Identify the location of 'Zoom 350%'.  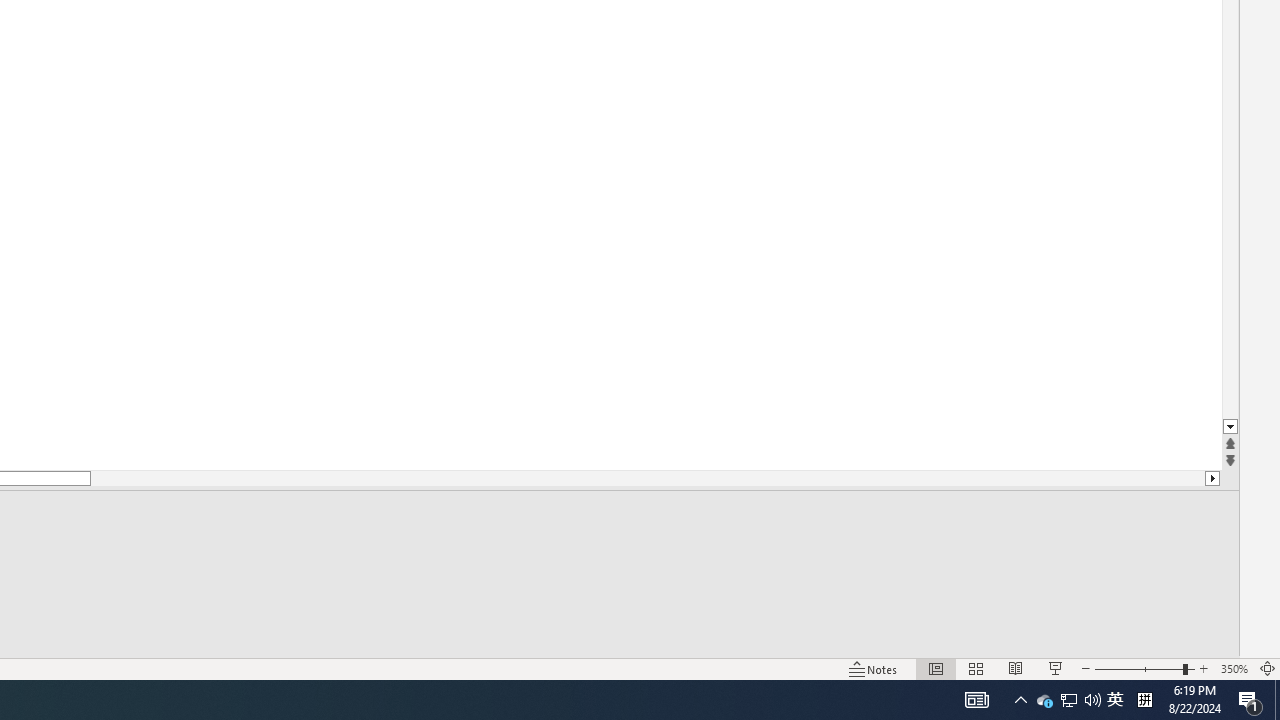
(1233, 669).